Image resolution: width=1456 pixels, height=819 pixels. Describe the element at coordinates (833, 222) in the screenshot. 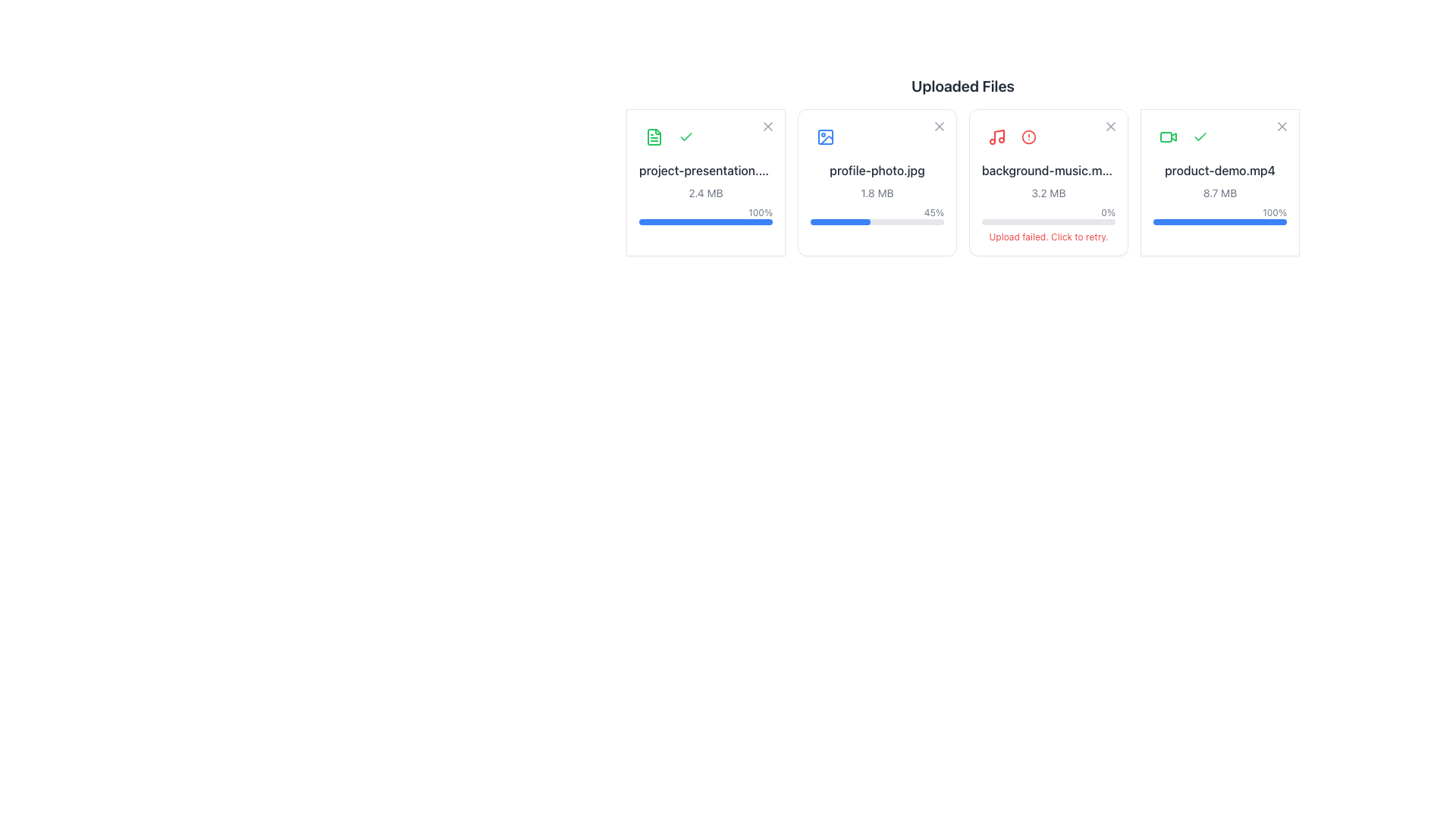

I see `progress bar value` at that location.